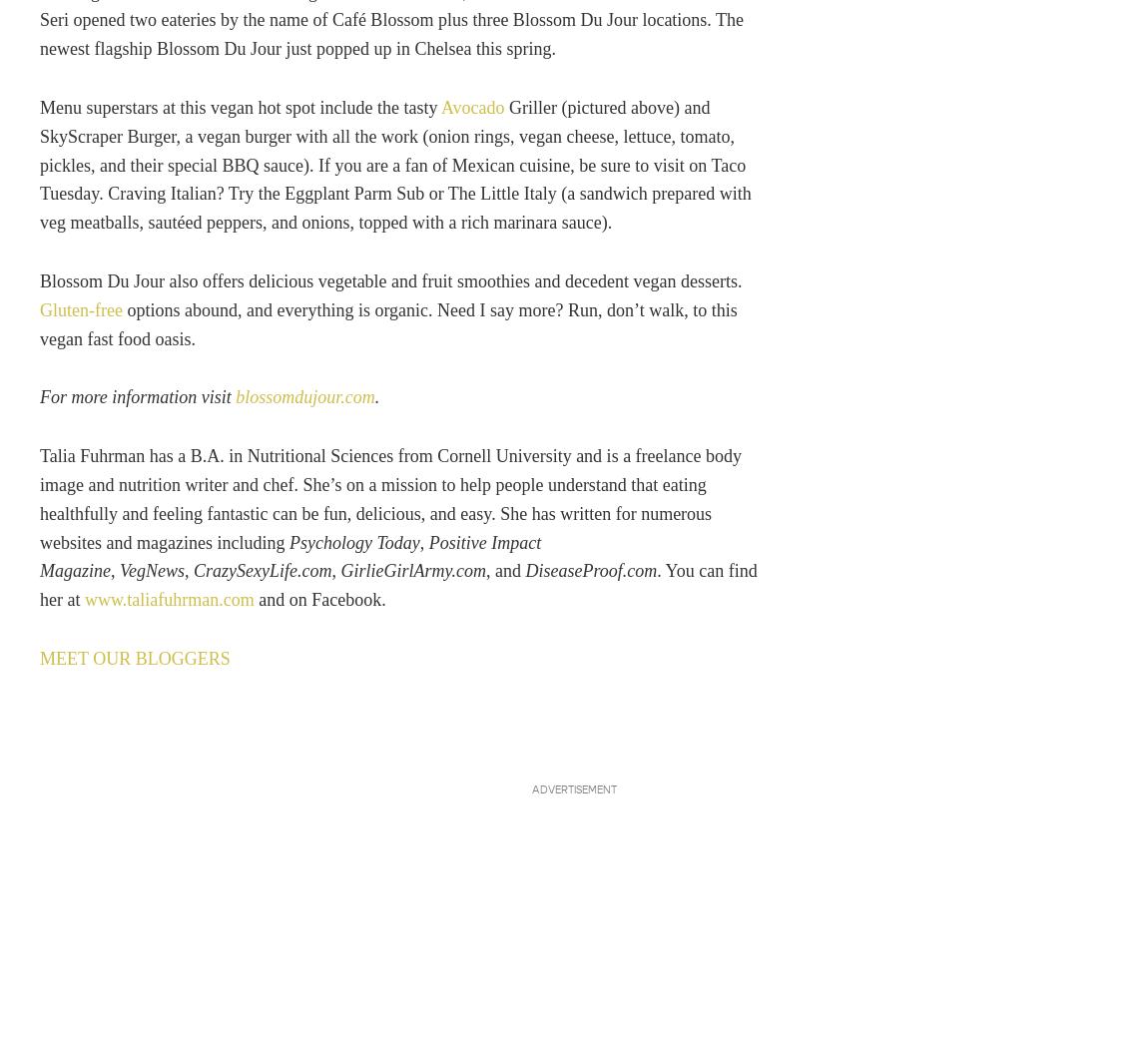 The width and height of the screenshot is (1148, 1044). Describe the element at coordinates (412, 569) in the screenshot. I see `'GirlieGirlArmy.com'` at that location.